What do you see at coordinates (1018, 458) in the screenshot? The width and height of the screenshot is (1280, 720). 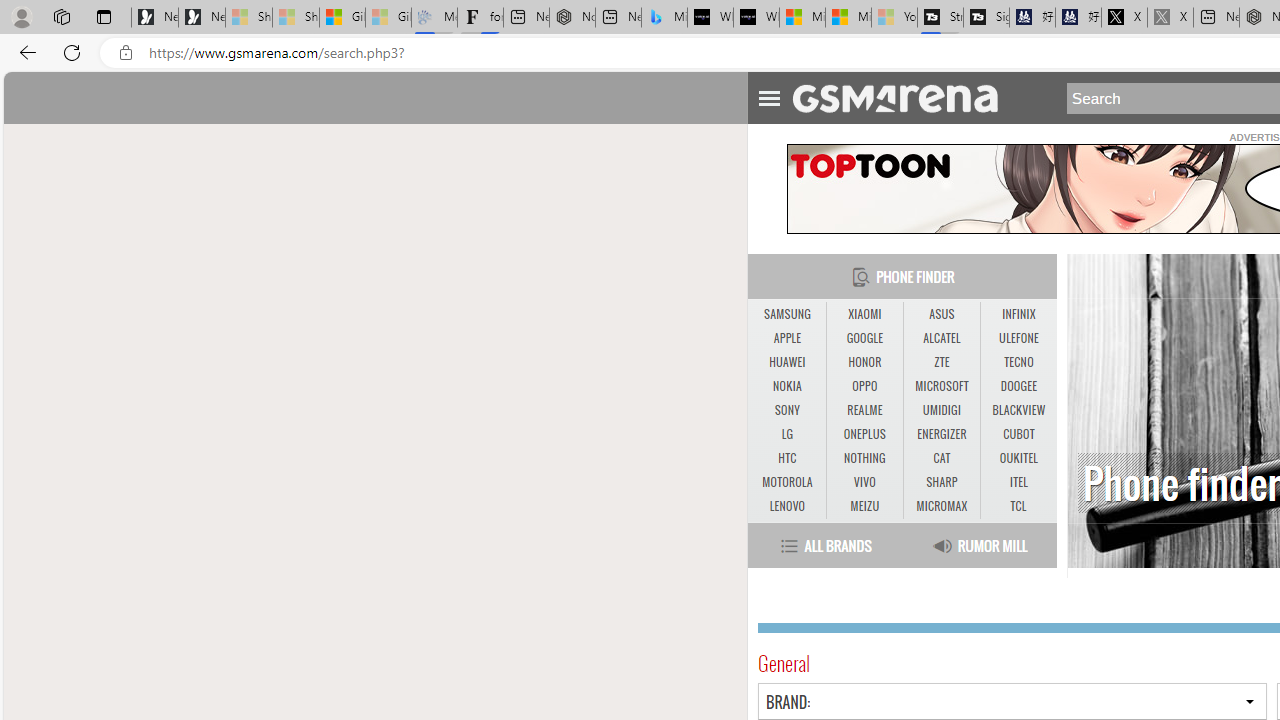 I see `'OUKITEL'` at bounding box center [1018, 458].